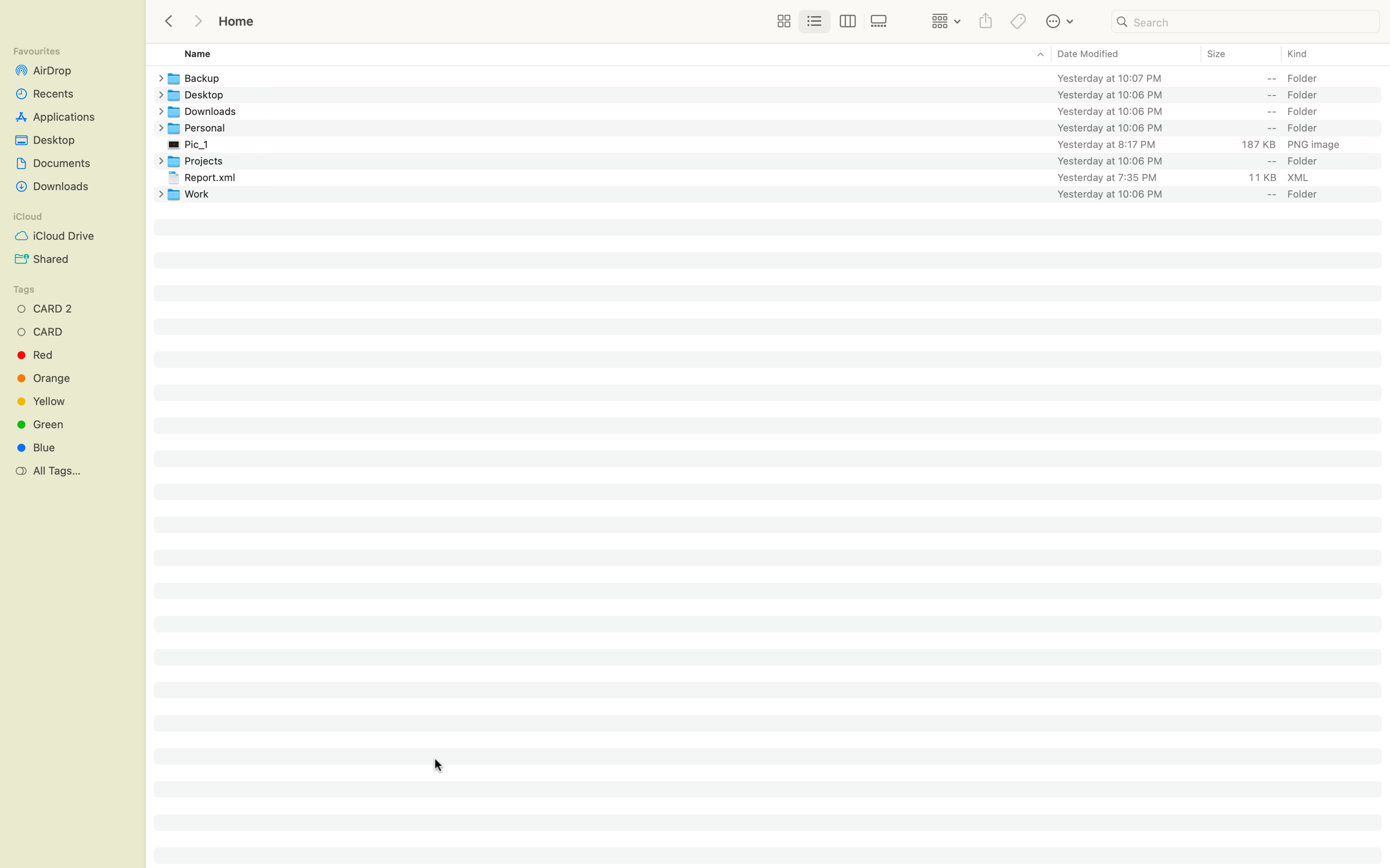  What do you see at coordinates (777, 94) in the screenshot?
I see `Update the Desktop folder"s name to "My Desktop` at bounding box center [777, 94].